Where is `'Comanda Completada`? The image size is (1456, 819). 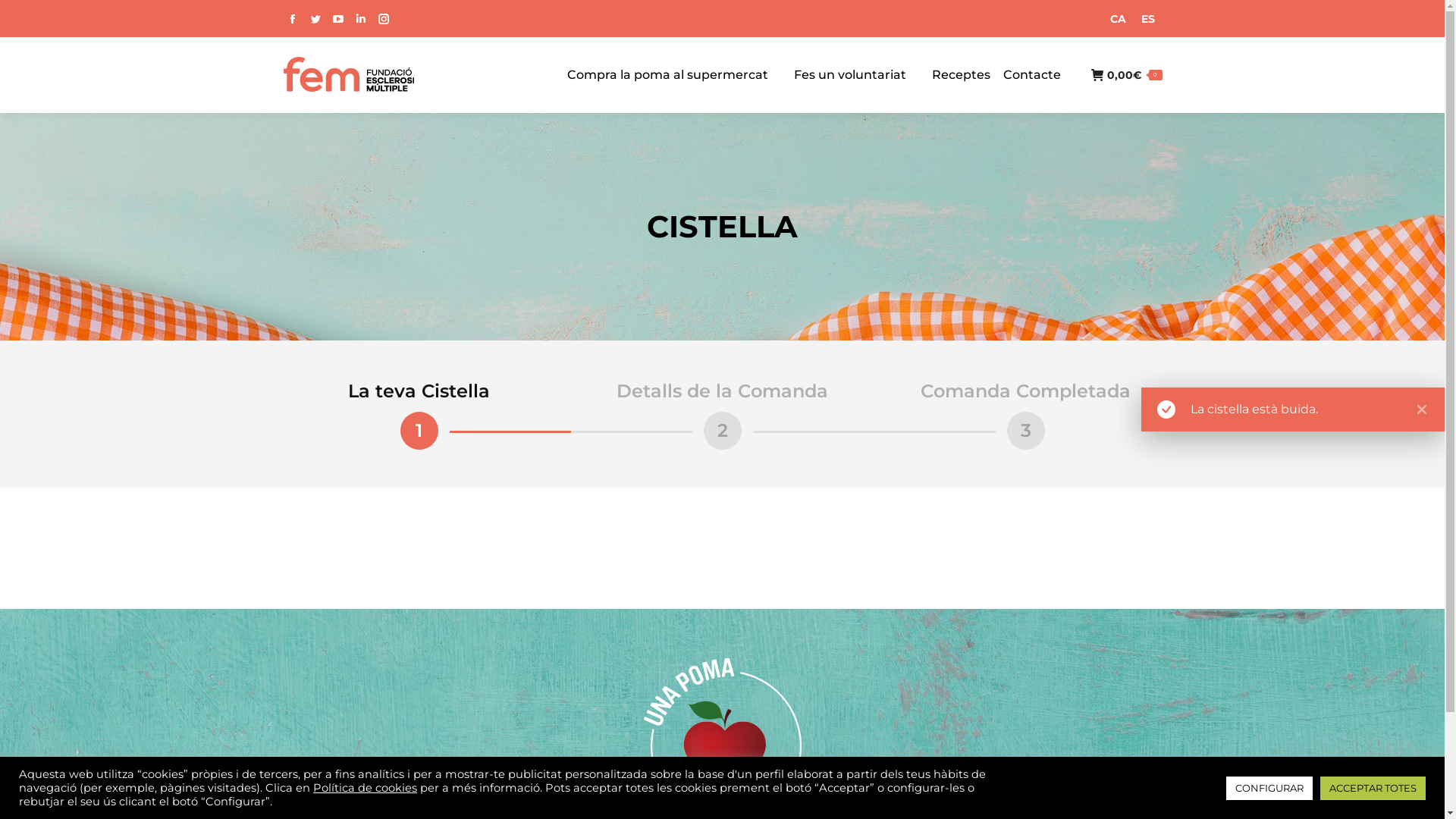 'Comanda Completada is located at coordinates (1025, 414).